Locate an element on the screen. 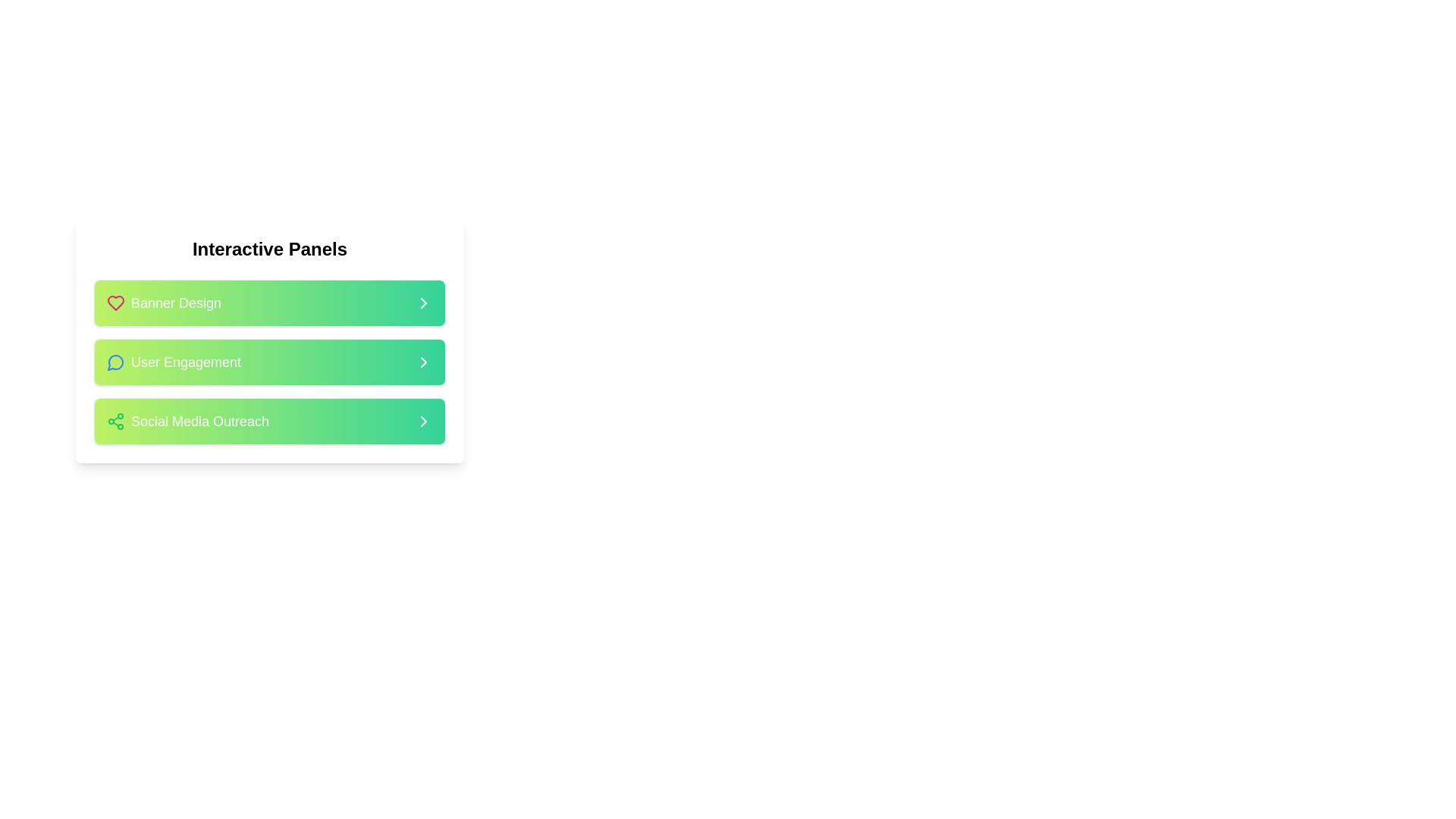  the appearance of the heart icon located to the left of the 'Banner Design' label in the first row of the 'Interactive Panels' list is located at coordinates (115, 303).